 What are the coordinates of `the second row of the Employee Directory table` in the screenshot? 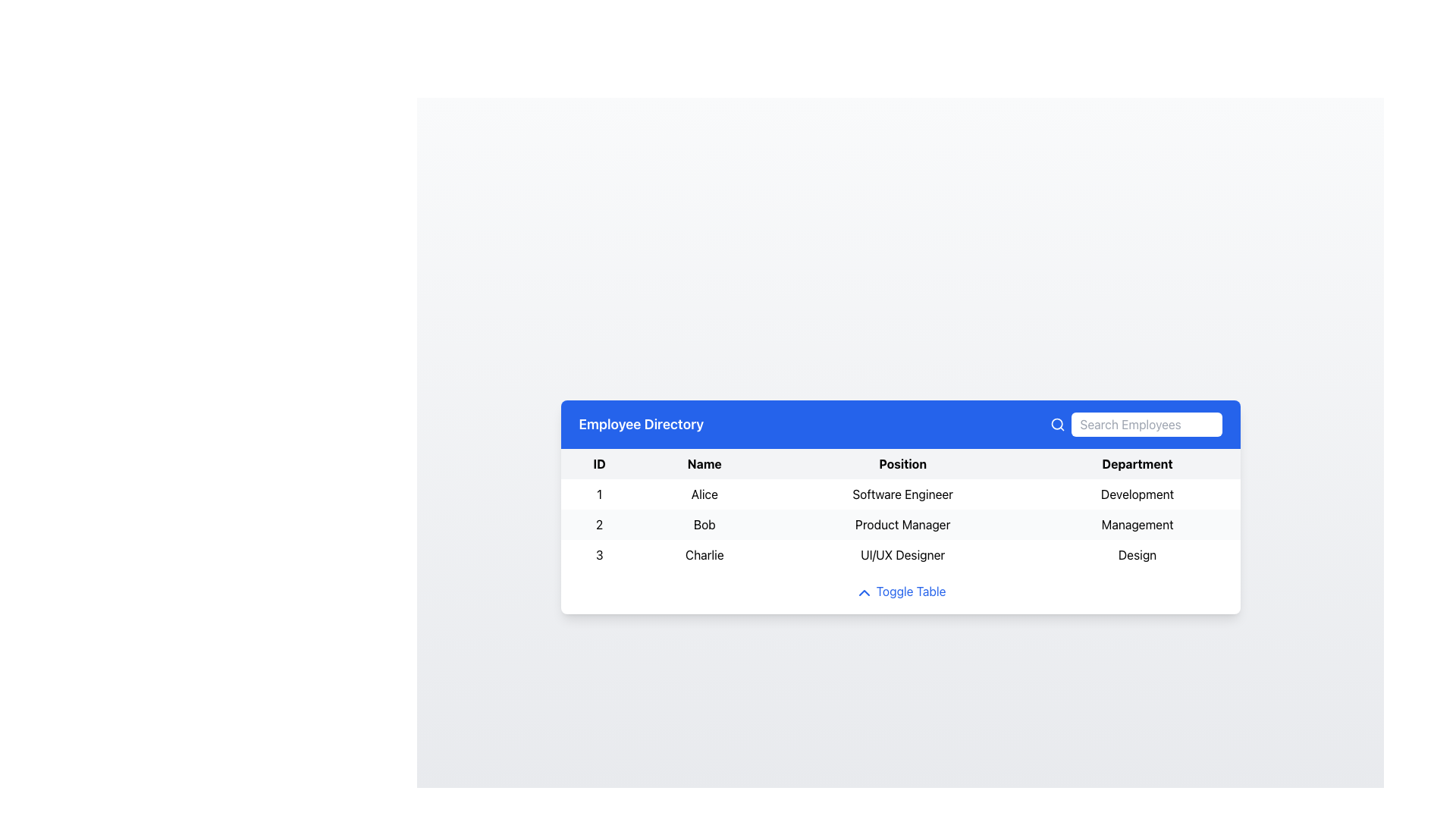 It's located at (900, 524).